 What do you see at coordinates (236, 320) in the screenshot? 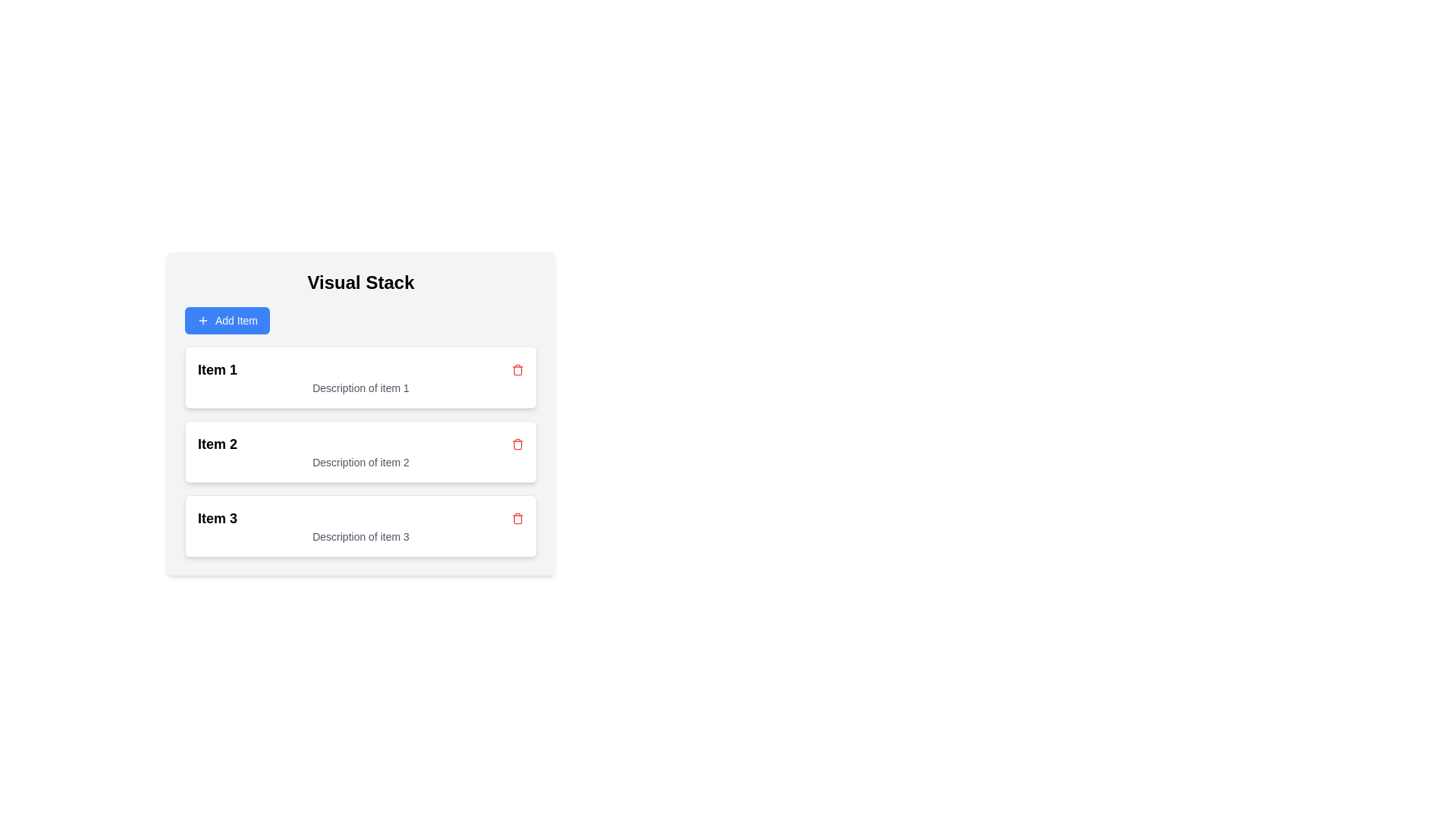
I see `text label 'Add Item' which indicates the button's action to add an item` at bounding box center [236, 320].